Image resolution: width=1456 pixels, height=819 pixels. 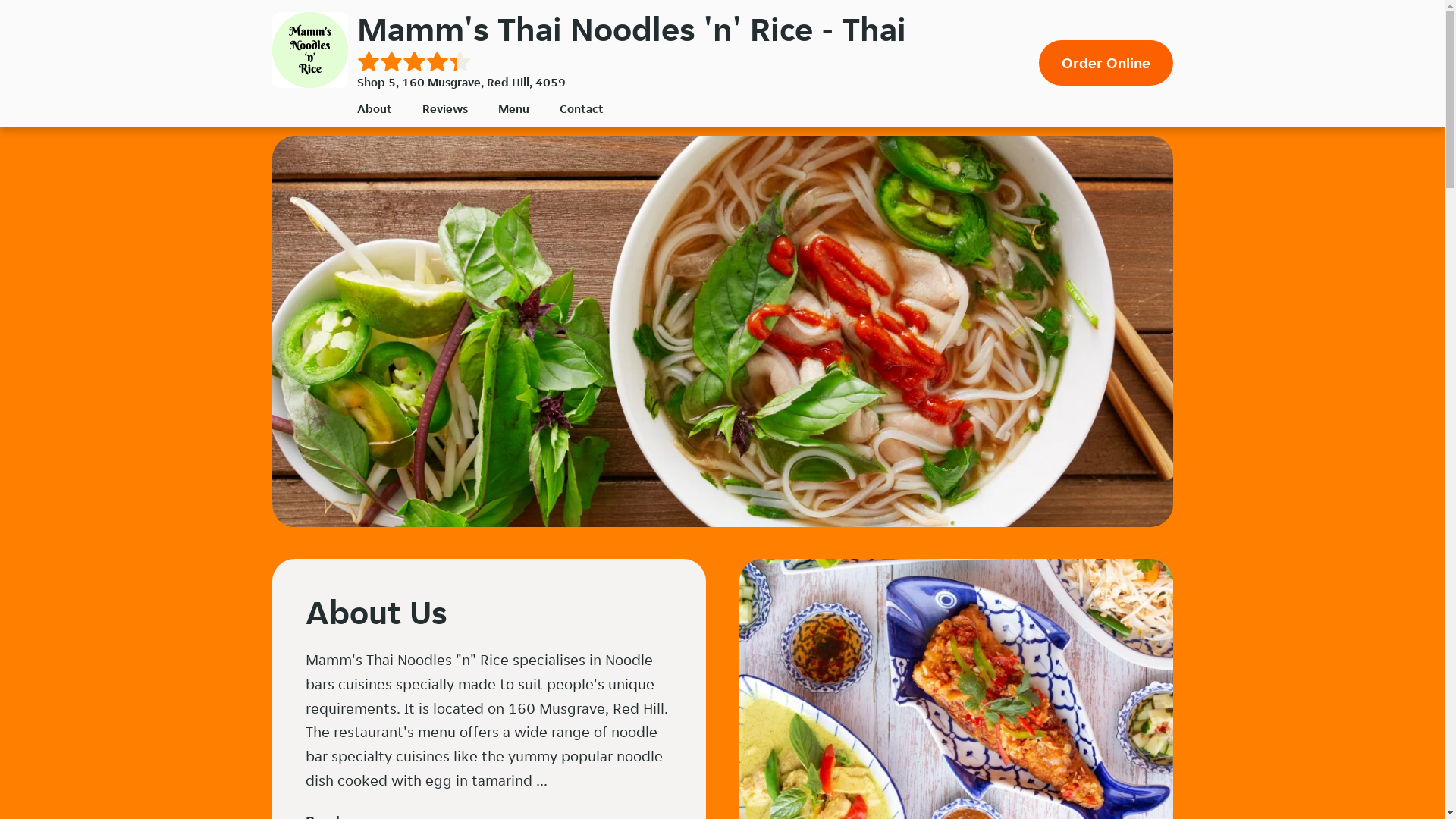 What do you see at coordinates (581, 108) in the screenshot?
I see `'Contact'` at bounding box center [581, 108].